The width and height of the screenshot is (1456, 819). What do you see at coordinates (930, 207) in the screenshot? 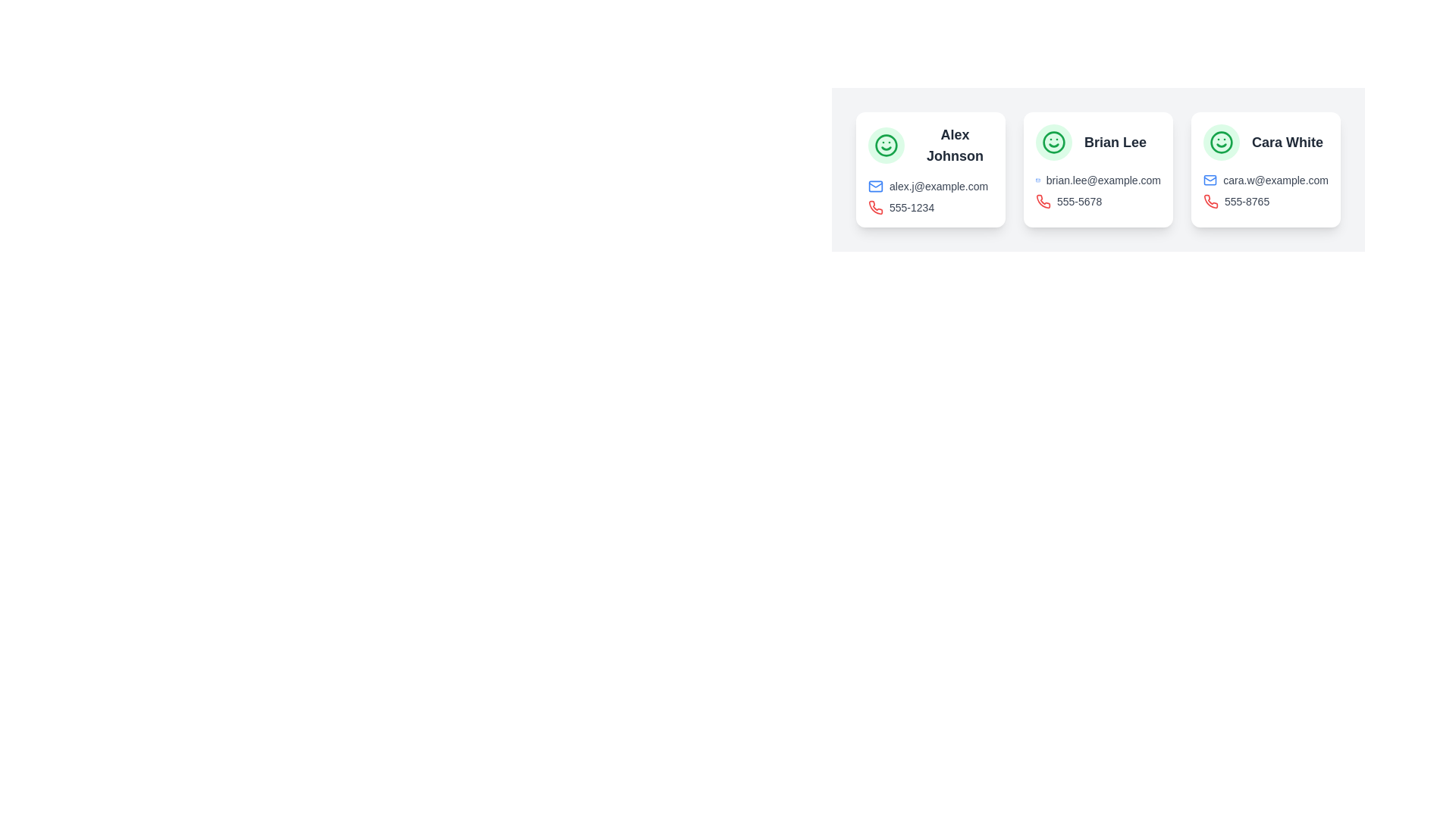
I see `the phone icon that is styled in bold red color and is located beside the phone number '555-1234' to associate it with calling functionality` at bounding box center [930, 207].